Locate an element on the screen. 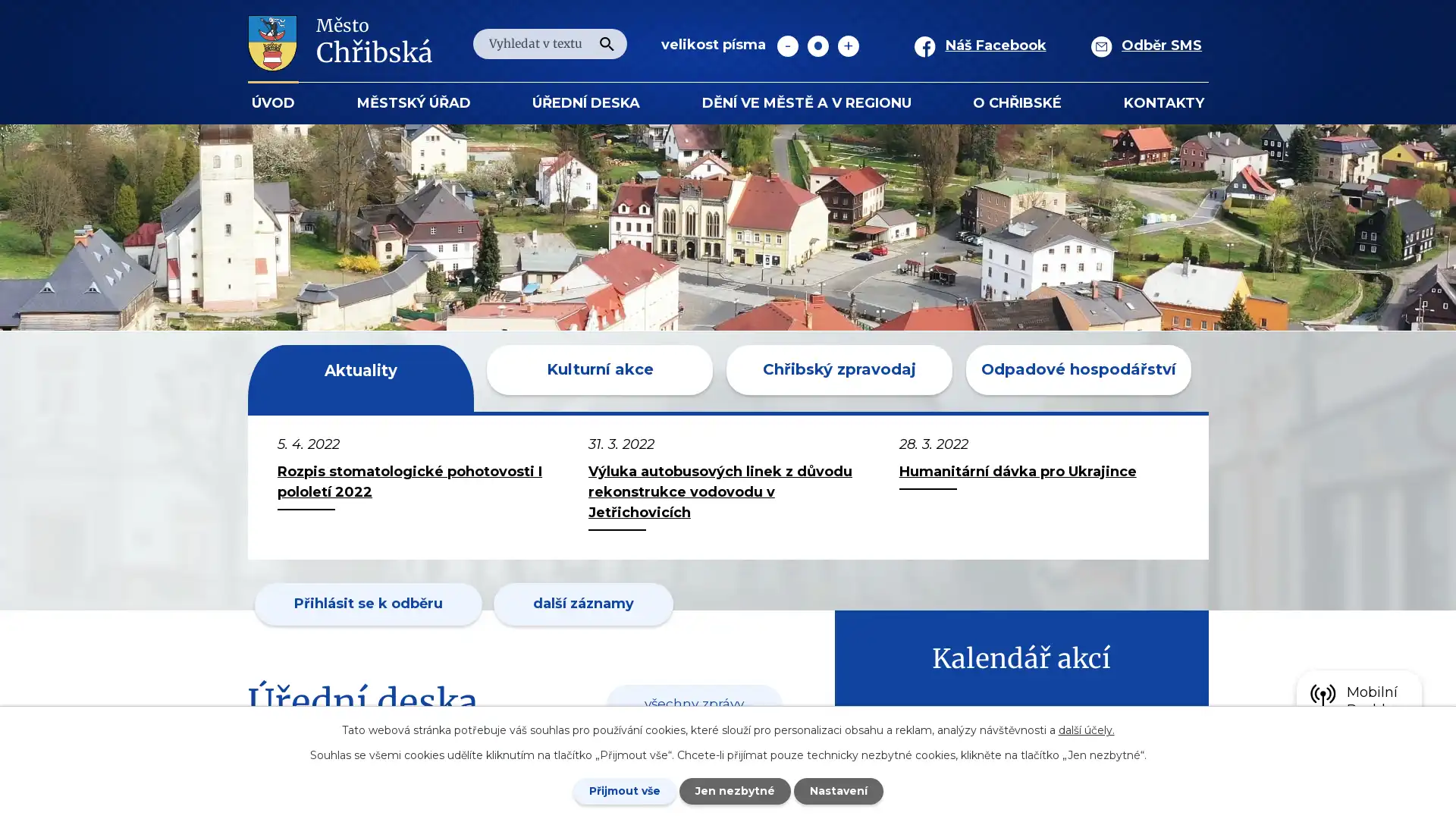 This screenshot has height=819, width=1456. Hledat is located at coordinates (605, 42).